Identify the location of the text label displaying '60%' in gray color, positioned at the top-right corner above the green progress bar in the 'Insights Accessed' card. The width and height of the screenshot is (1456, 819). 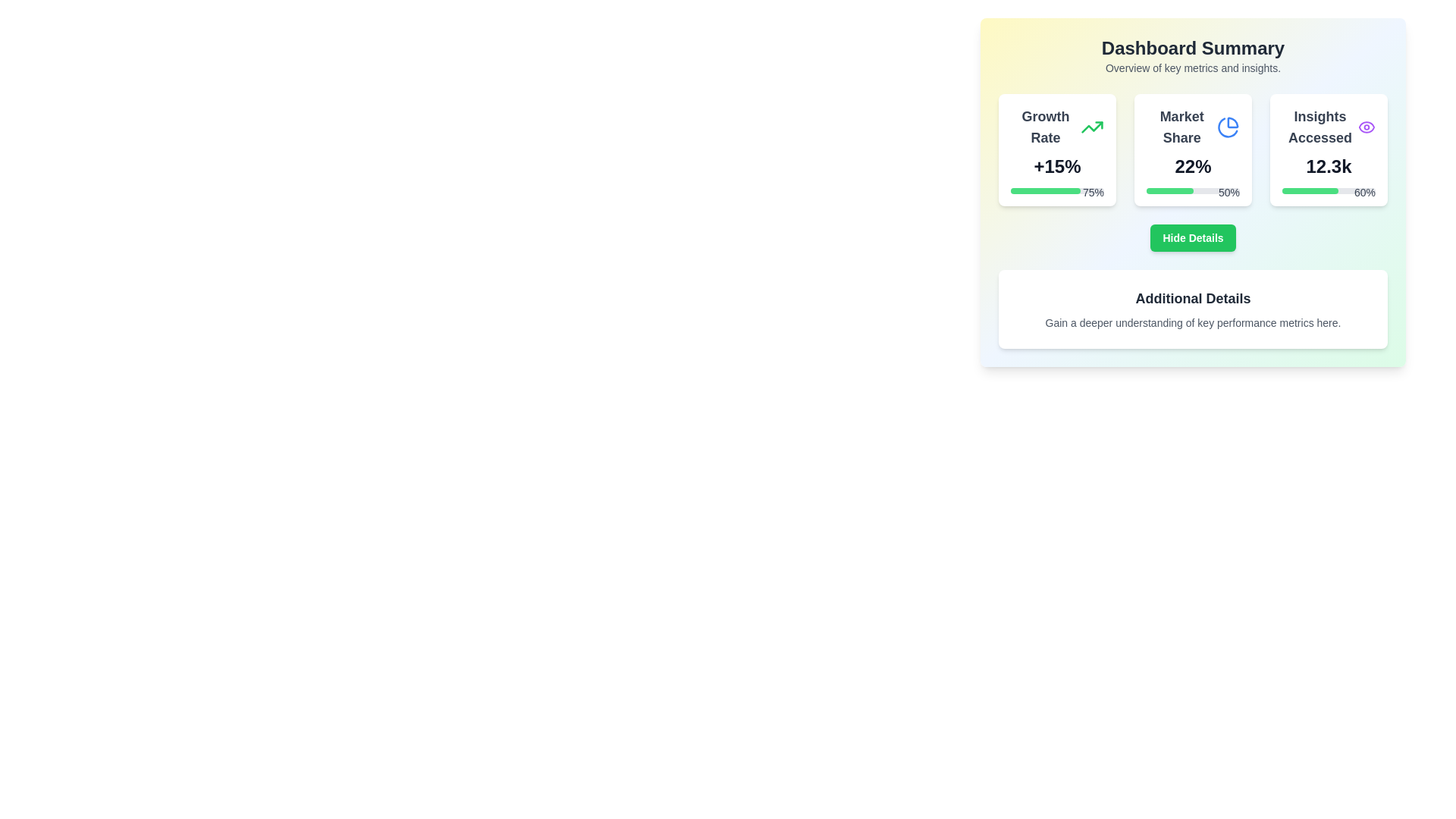
(1365, 192).